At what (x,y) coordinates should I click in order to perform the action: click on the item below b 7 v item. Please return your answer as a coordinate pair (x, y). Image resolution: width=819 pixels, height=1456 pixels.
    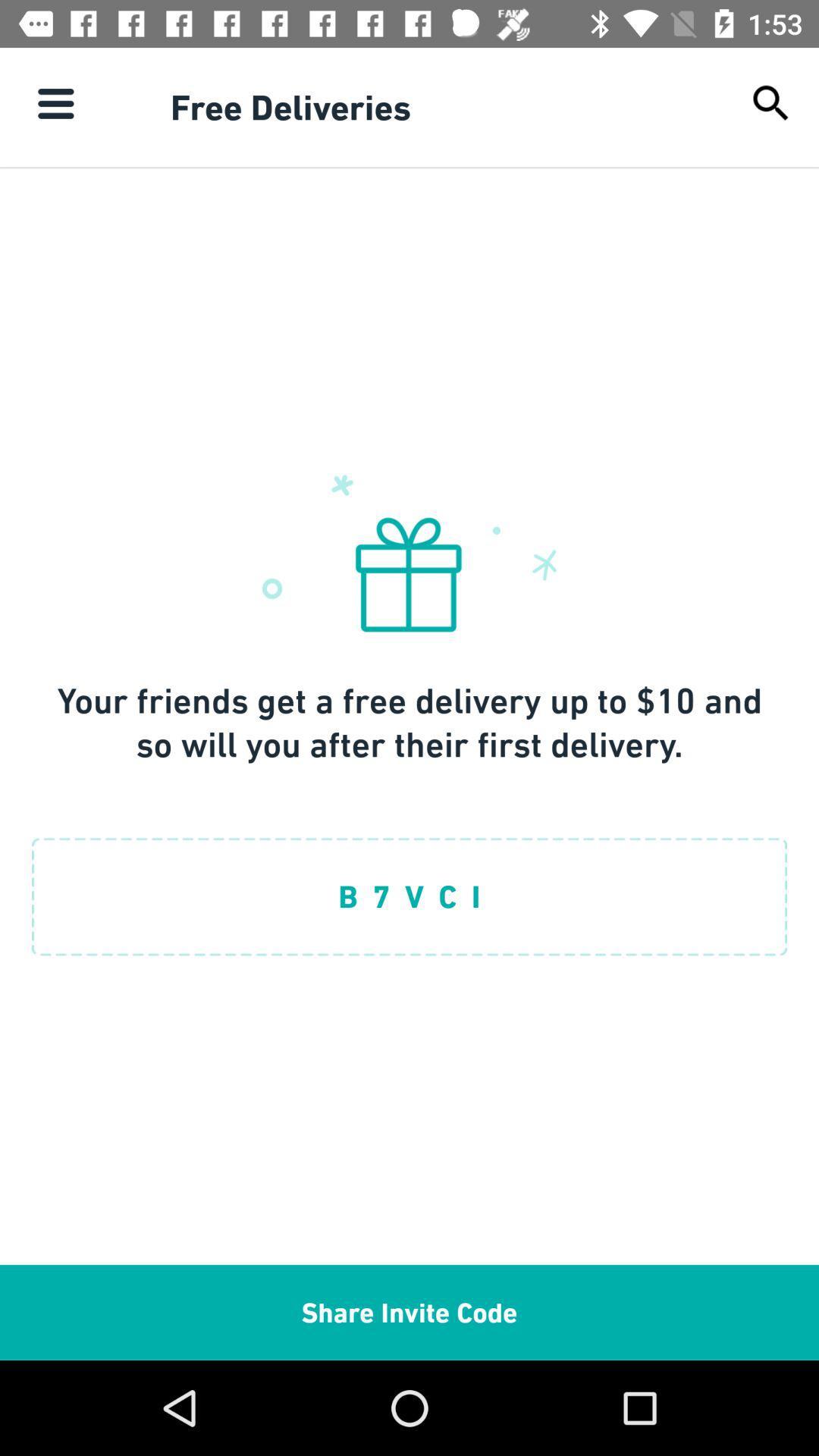
    Looking at the image, I should click on (409, 1312).